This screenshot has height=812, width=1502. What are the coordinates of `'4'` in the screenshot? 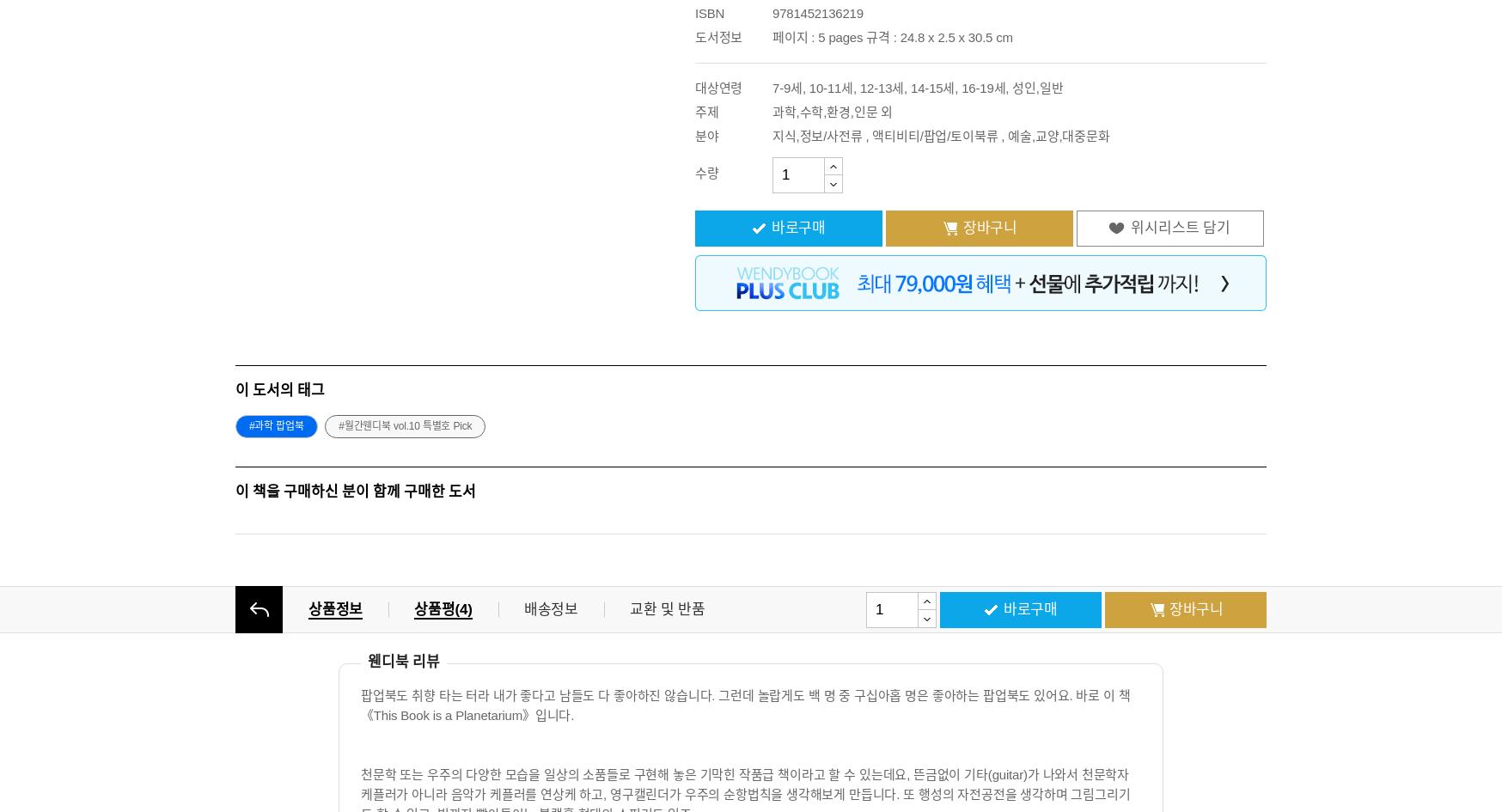 It's located at (463, 609).